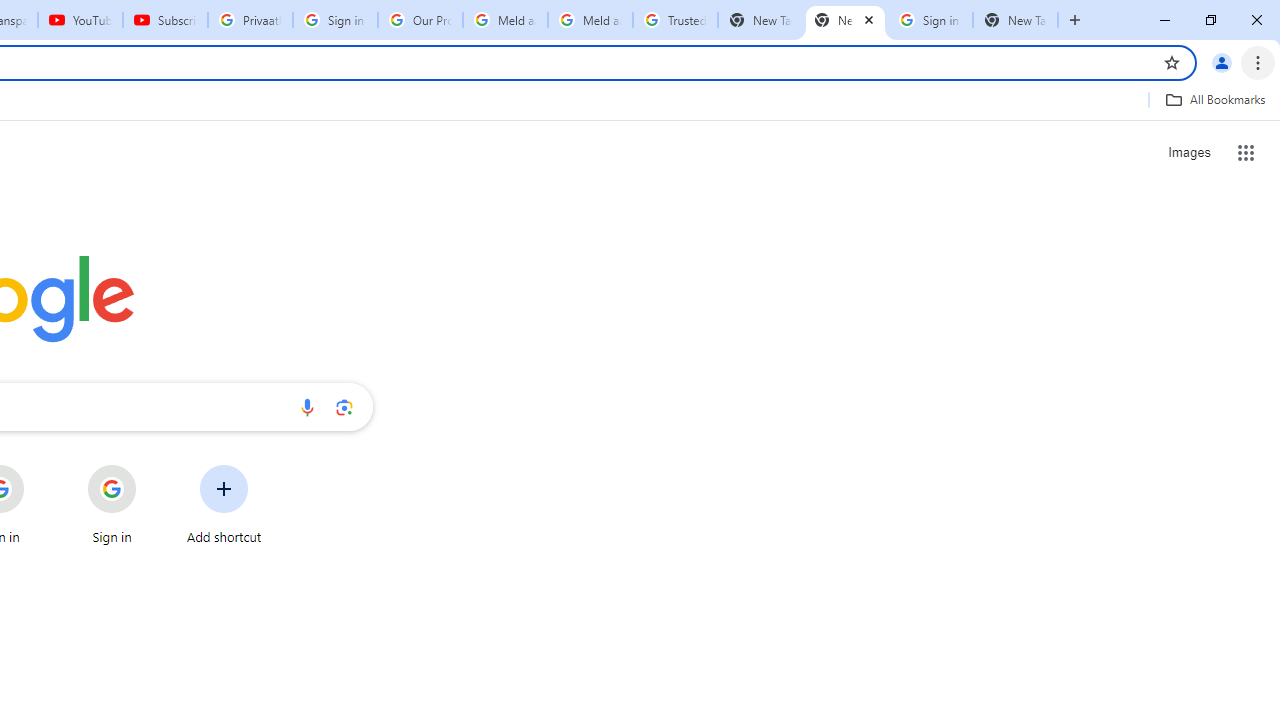 The height and width of the screenshot is (720, 1280). I want to click on 'More actions for Sign in shortcut', so click(151, 466).